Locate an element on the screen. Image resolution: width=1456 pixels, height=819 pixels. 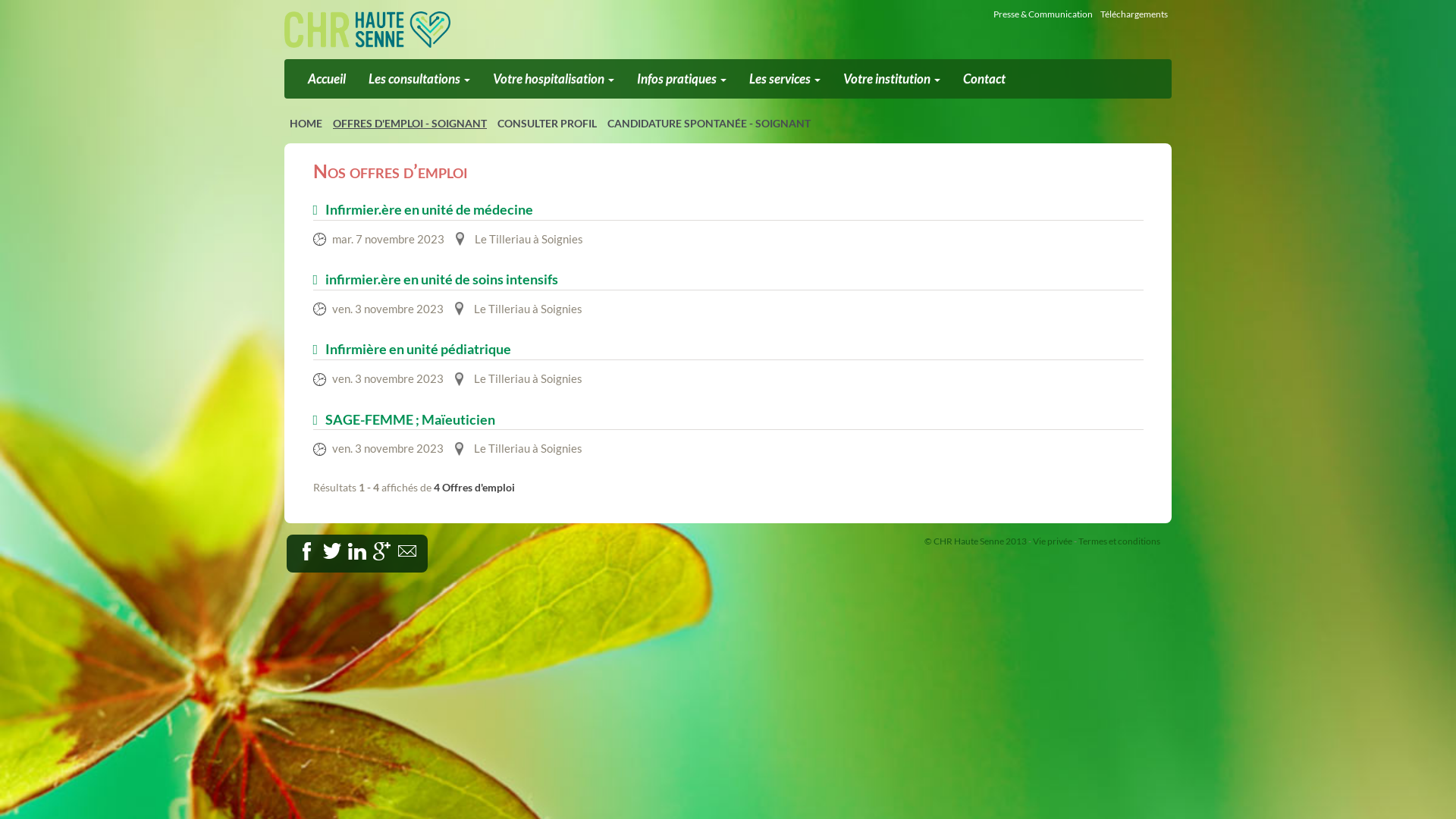
'Contact' is located at coordinates (984, 79).